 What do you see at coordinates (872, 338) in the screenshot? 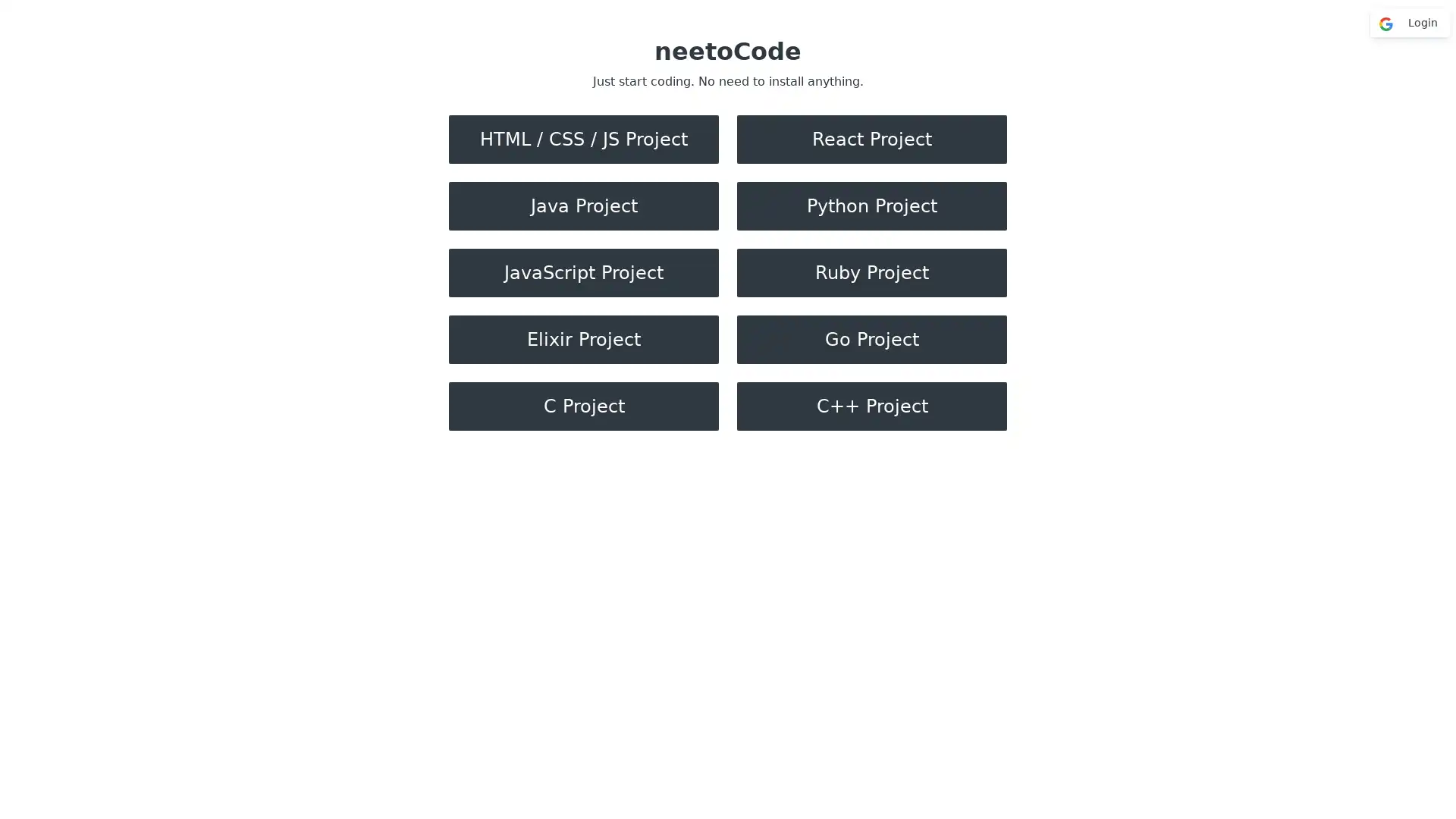
I see `Go Project` at bounding box center [872, 338].